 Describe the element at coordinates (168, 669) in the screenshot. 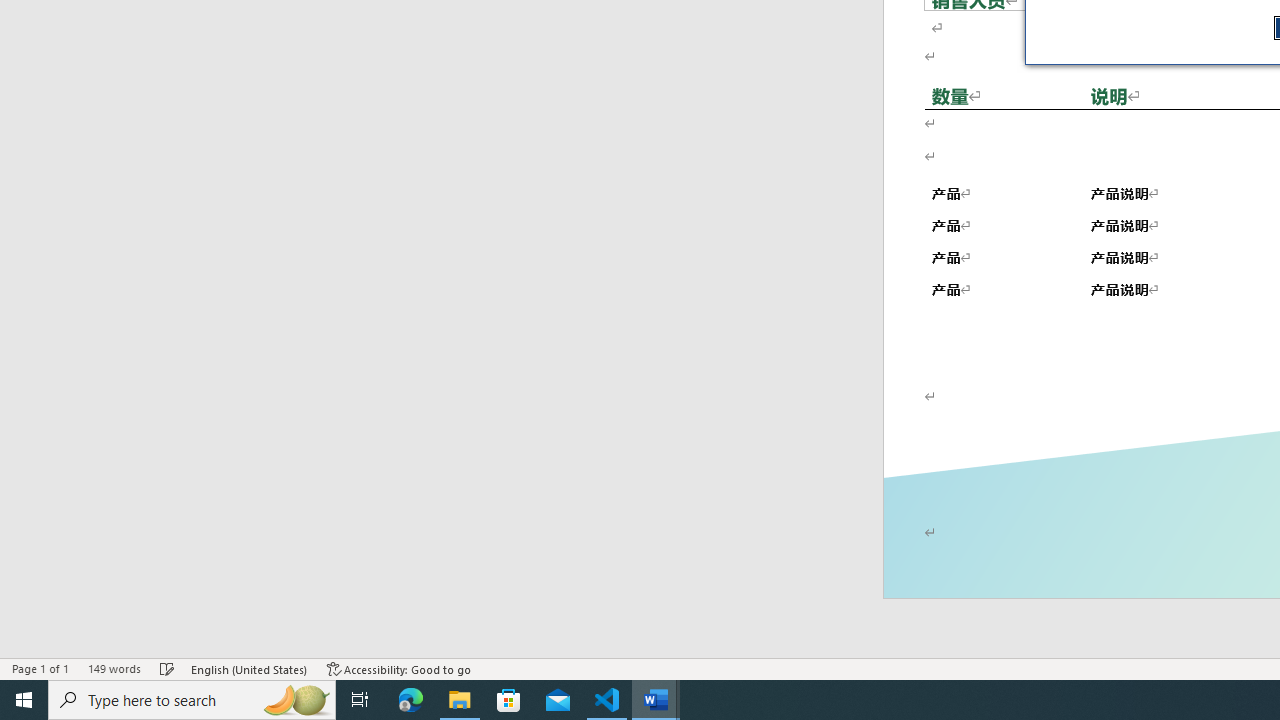

I see `'Spelling and Grammar Check Checking'` at that location.